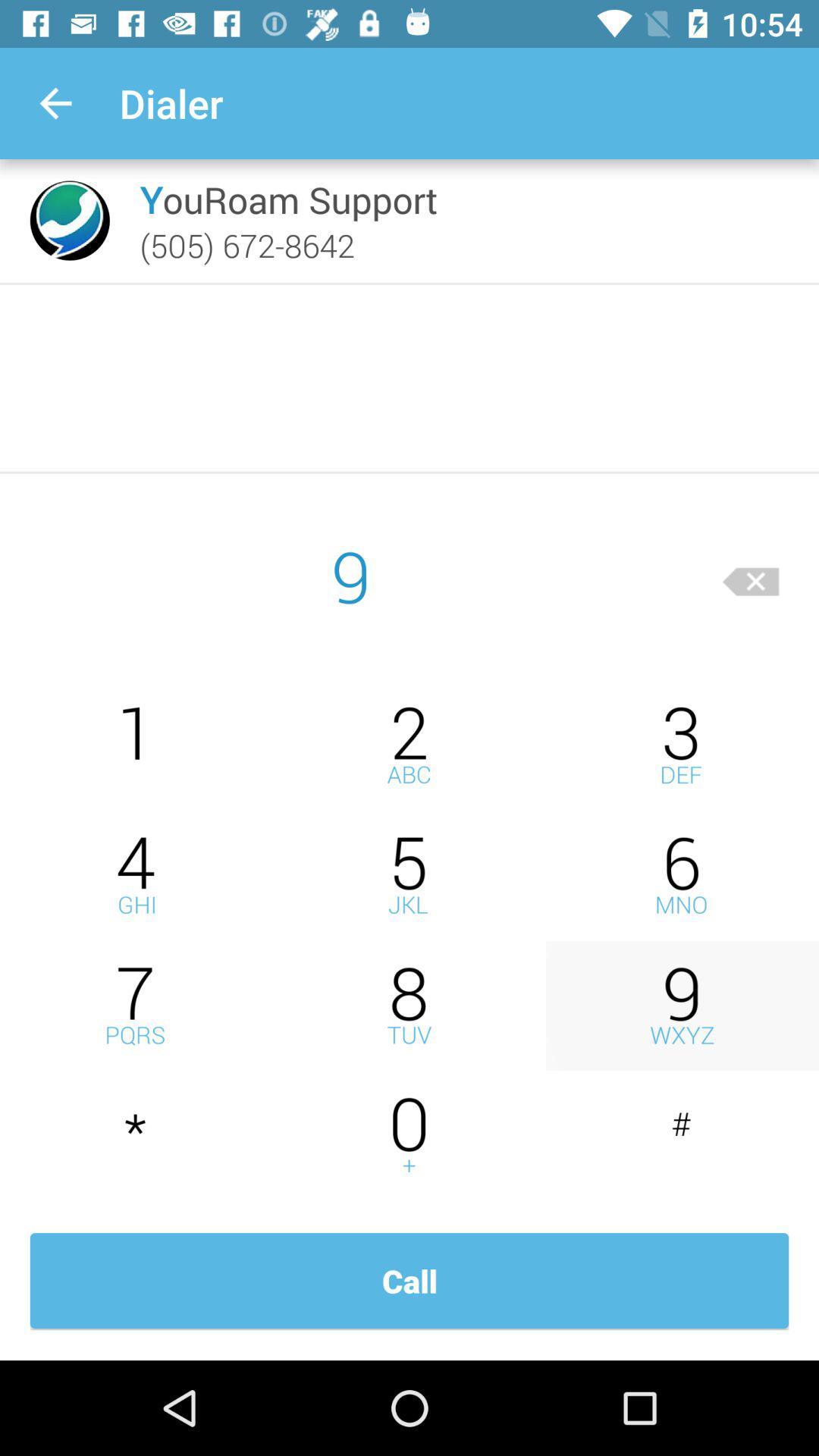 The height and width of the screenshot is (1456, 819). I want to click on hash key, so click(681, 1136).